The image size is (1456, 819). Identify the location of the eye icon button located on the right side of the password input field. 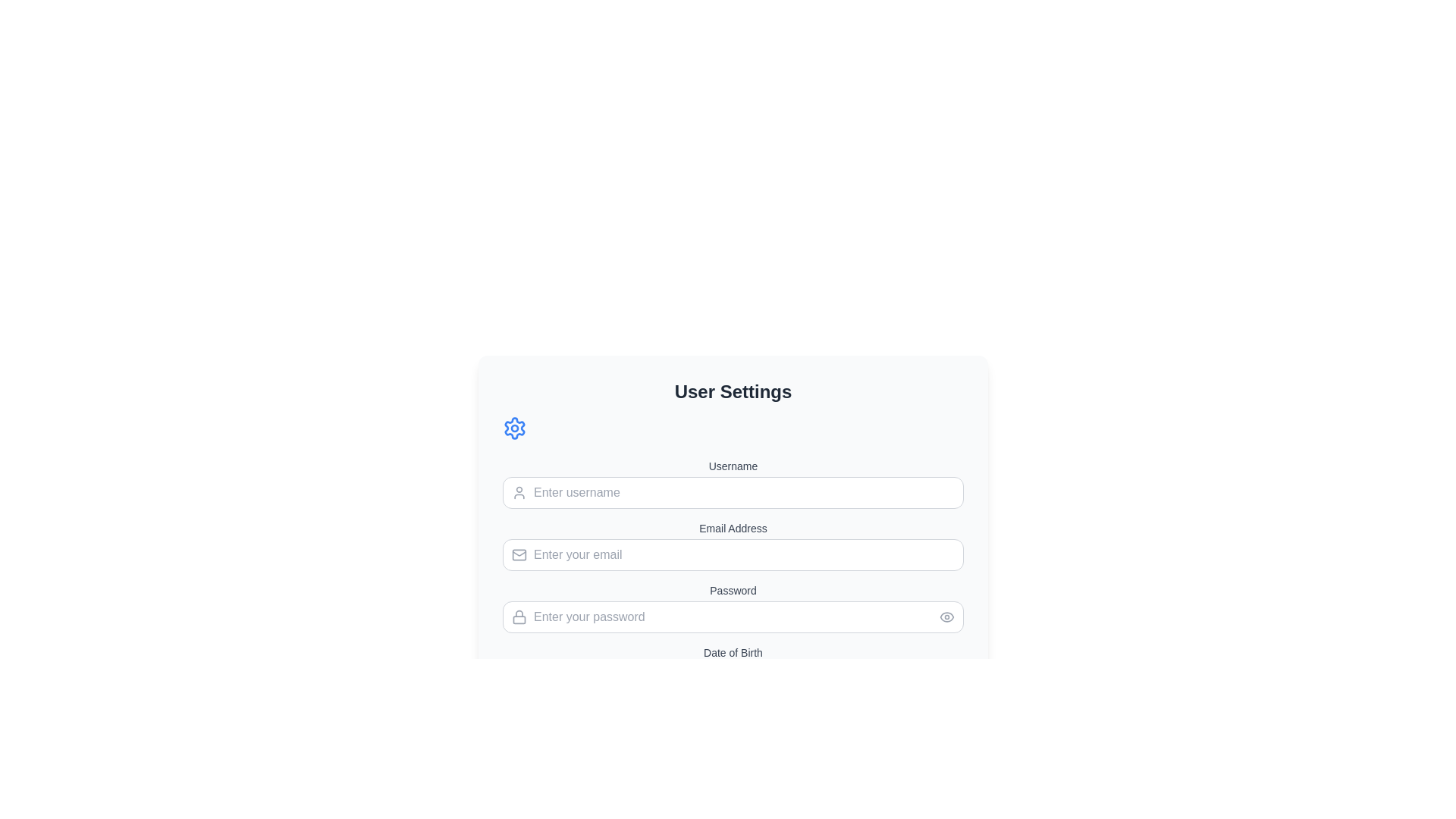
(946, 617).